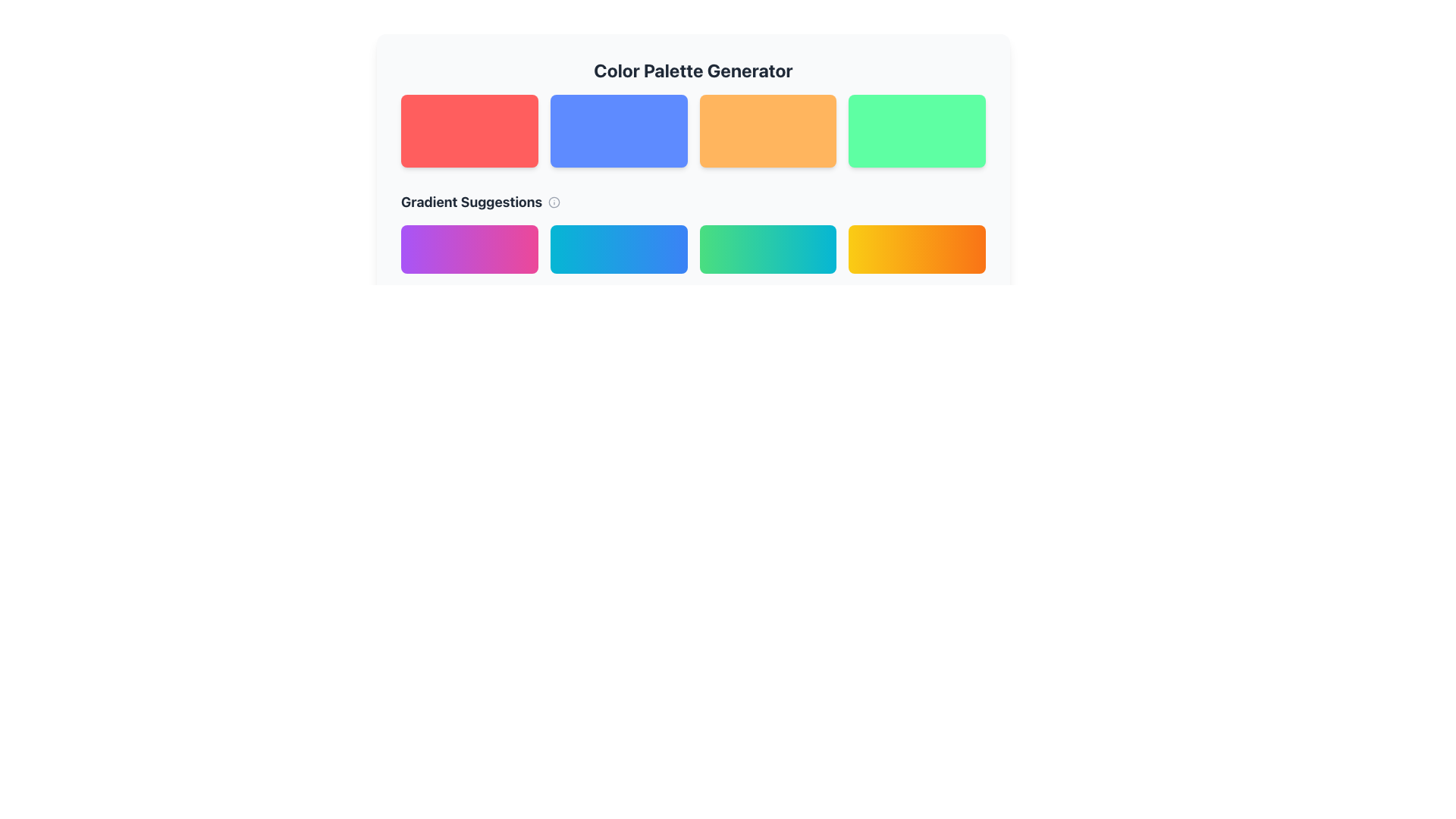 This screenshot has width=1456, height=819. What do you see at coordinates (767, 130) in the screenshot?
I see `the Color palette item, which is a rectangular button with a bright orange background, located third from the left in the top horizontal row of the grid layout` at bounding box center [767, 130].